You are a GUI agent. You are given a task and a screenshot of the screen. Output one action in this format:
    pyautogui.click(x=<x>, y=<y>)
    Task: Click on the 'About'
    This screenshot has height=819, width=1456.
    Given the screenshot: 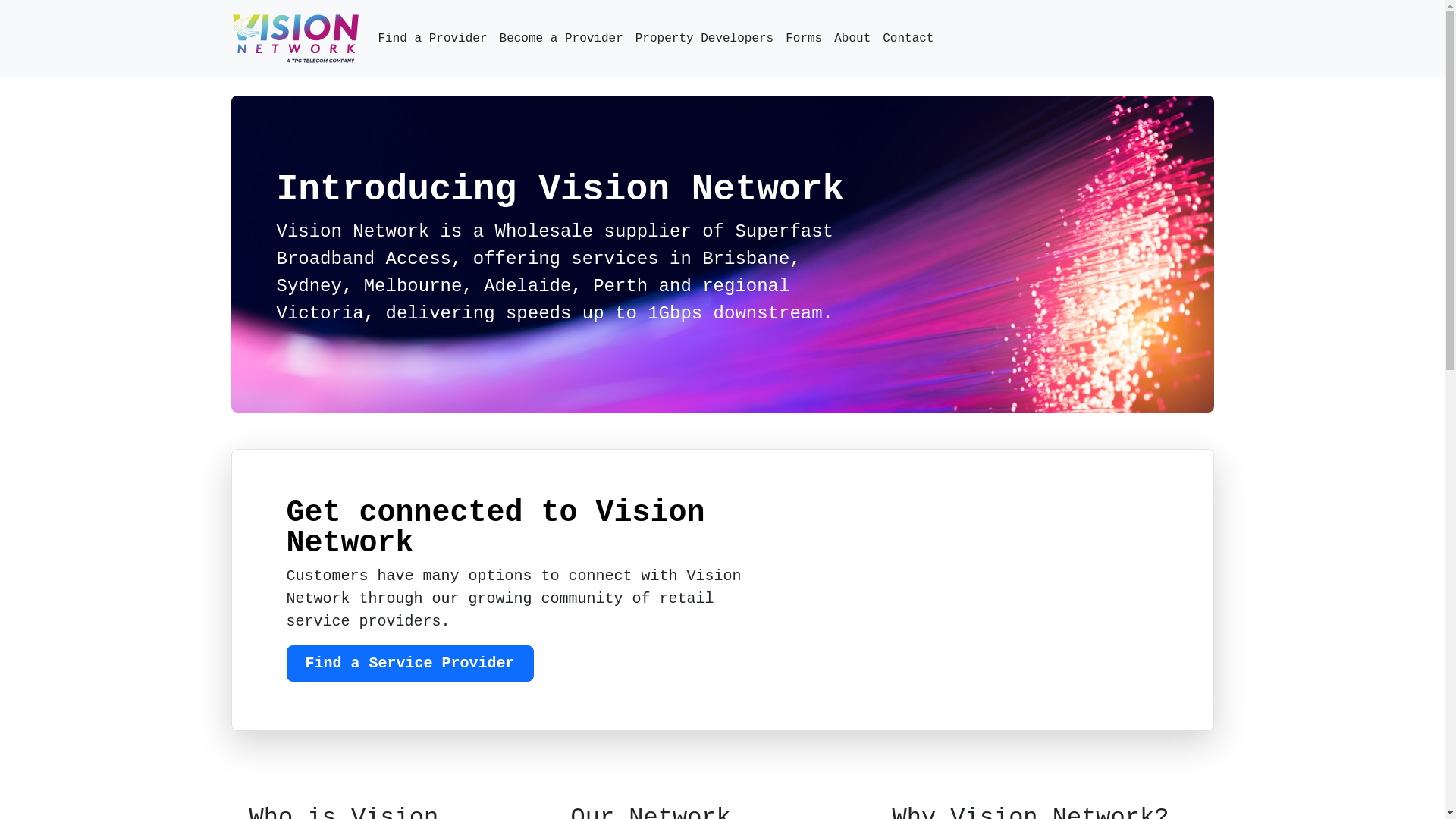 What is the action you would take?
    pyautogui.click(x=827, y=37)
    